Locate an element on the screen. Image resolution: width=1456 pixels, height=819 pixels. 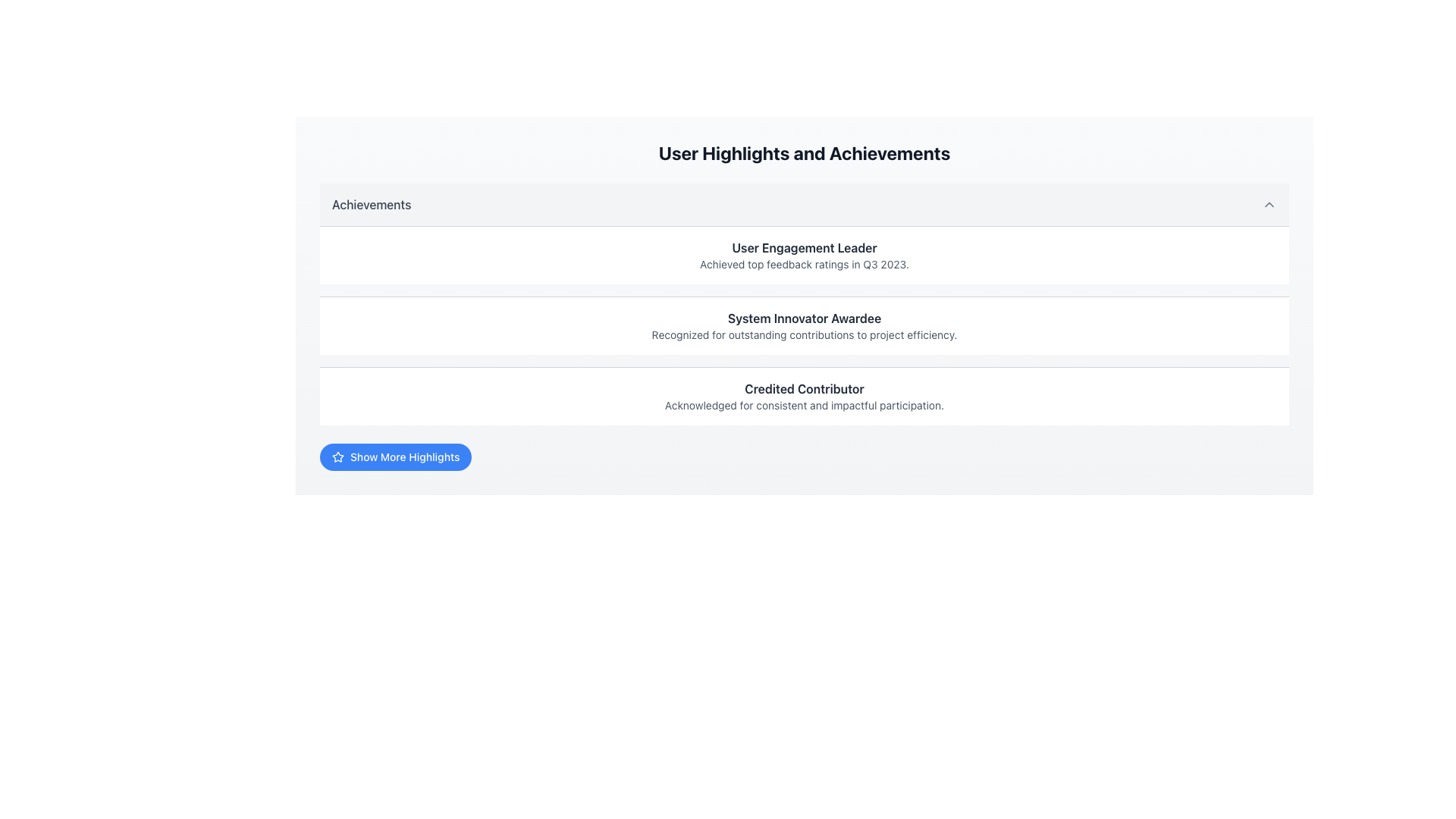
the chevron-up icon located in the far-right section of the 'Achievements' header is located at coordinates (1269, 205).